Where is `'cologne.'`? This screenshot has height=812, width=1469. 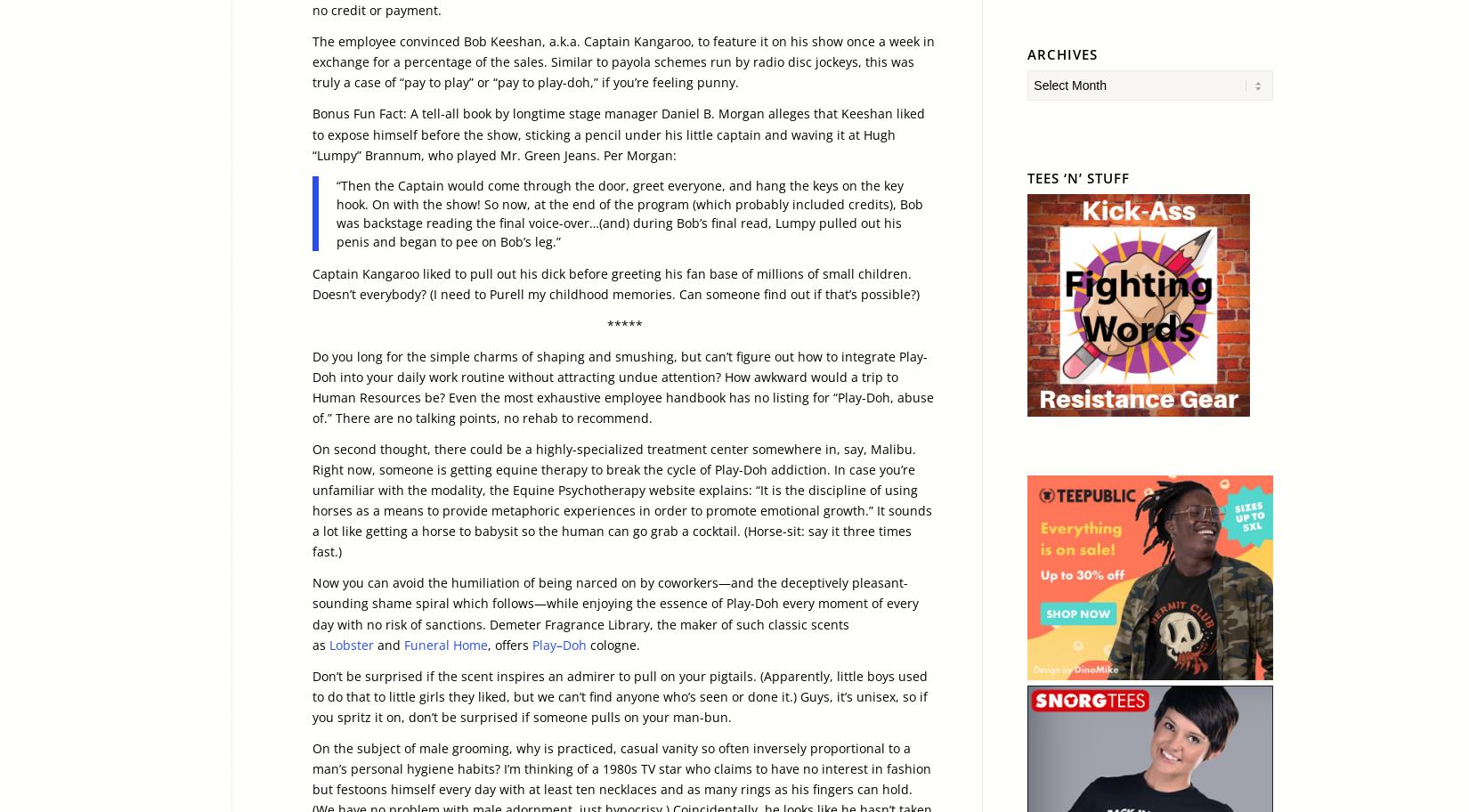 'cologne.' is located at coordinates (613, 643).